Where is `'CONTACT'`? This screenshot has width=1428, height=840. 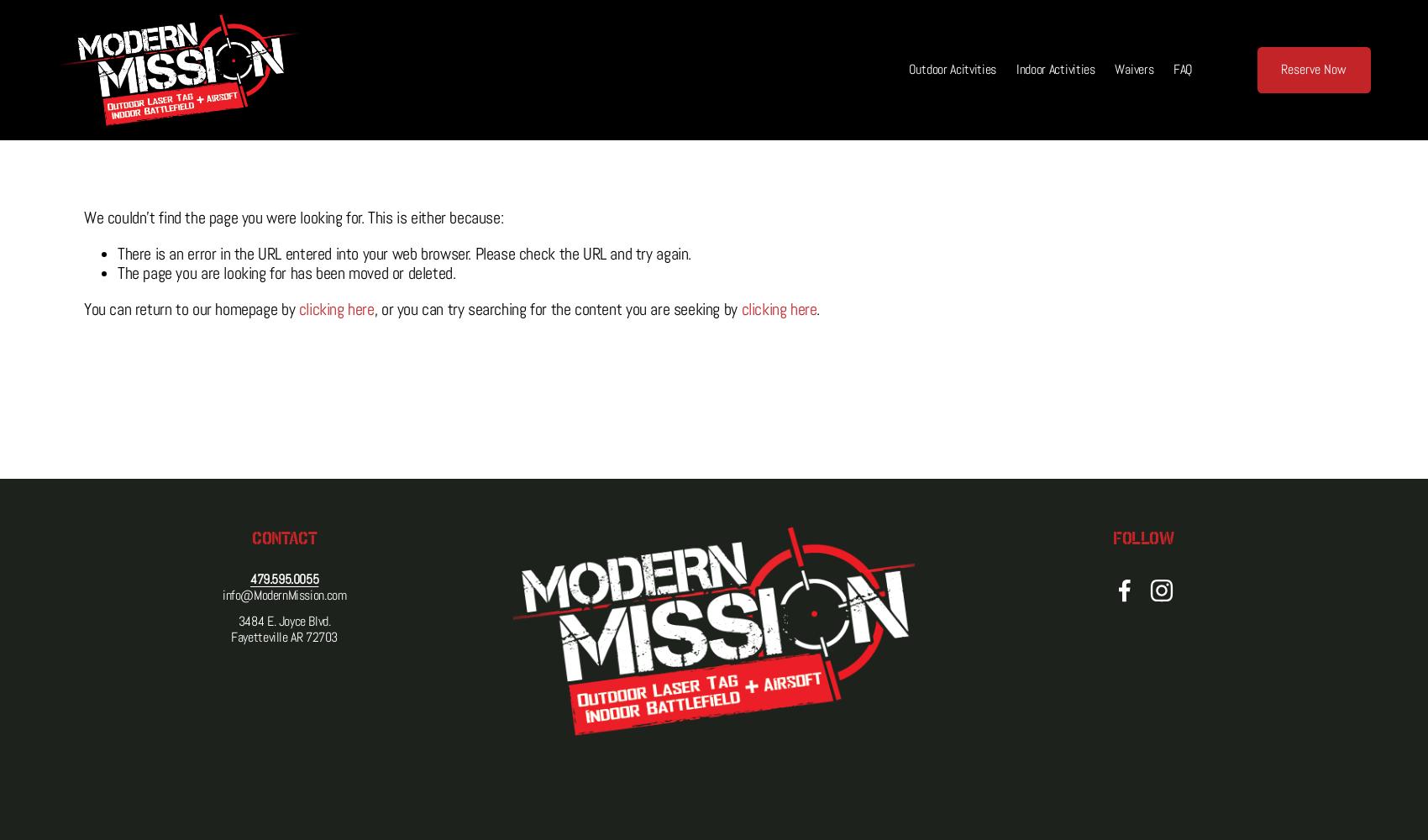 'CONTACT' is located at coordinates (283, 537).